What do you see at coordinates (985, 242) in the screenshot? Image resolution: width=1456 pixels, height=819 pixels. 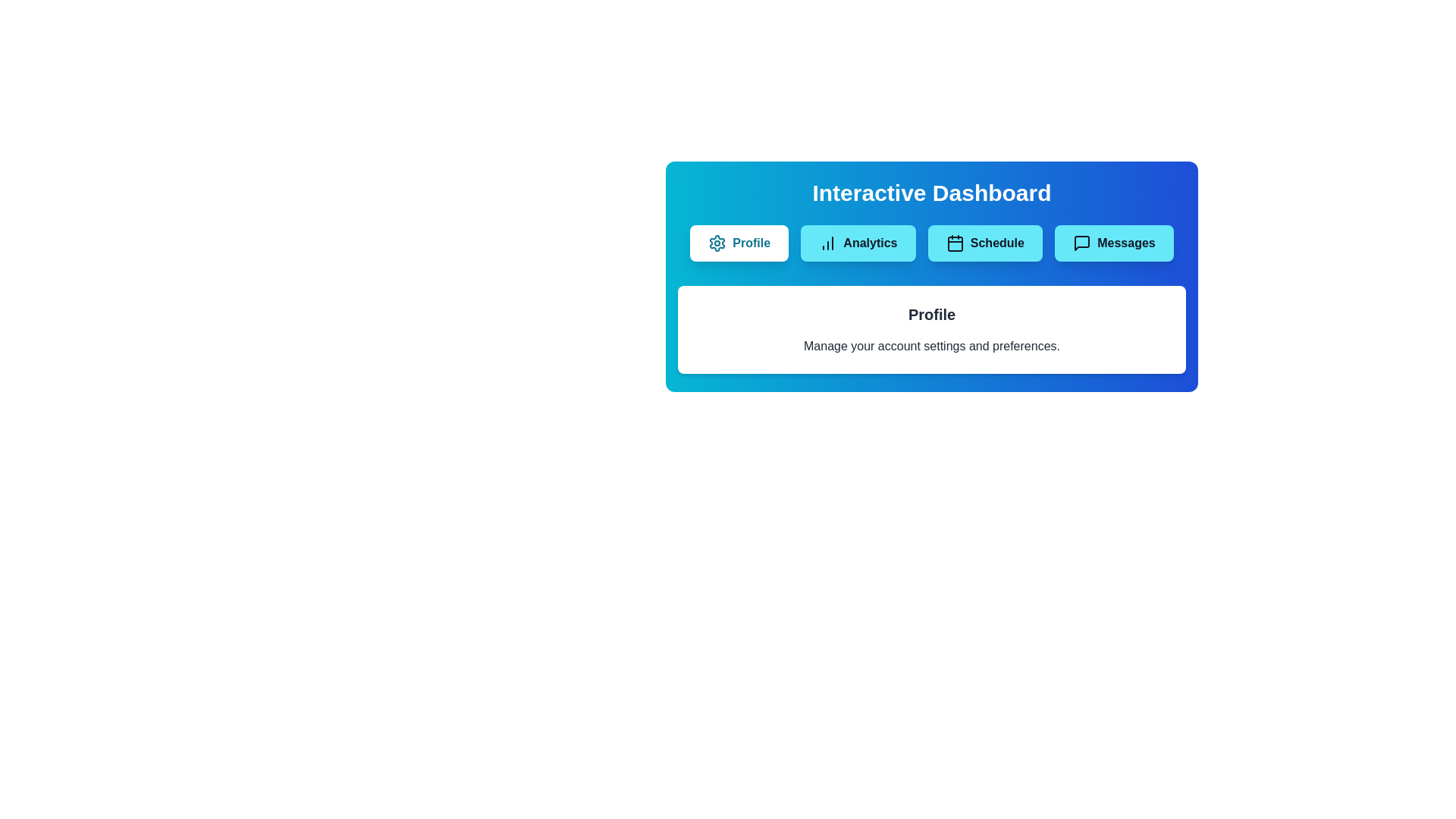 I see `the tab labeled Schedule to view its content` at bounding box center [985, 242].